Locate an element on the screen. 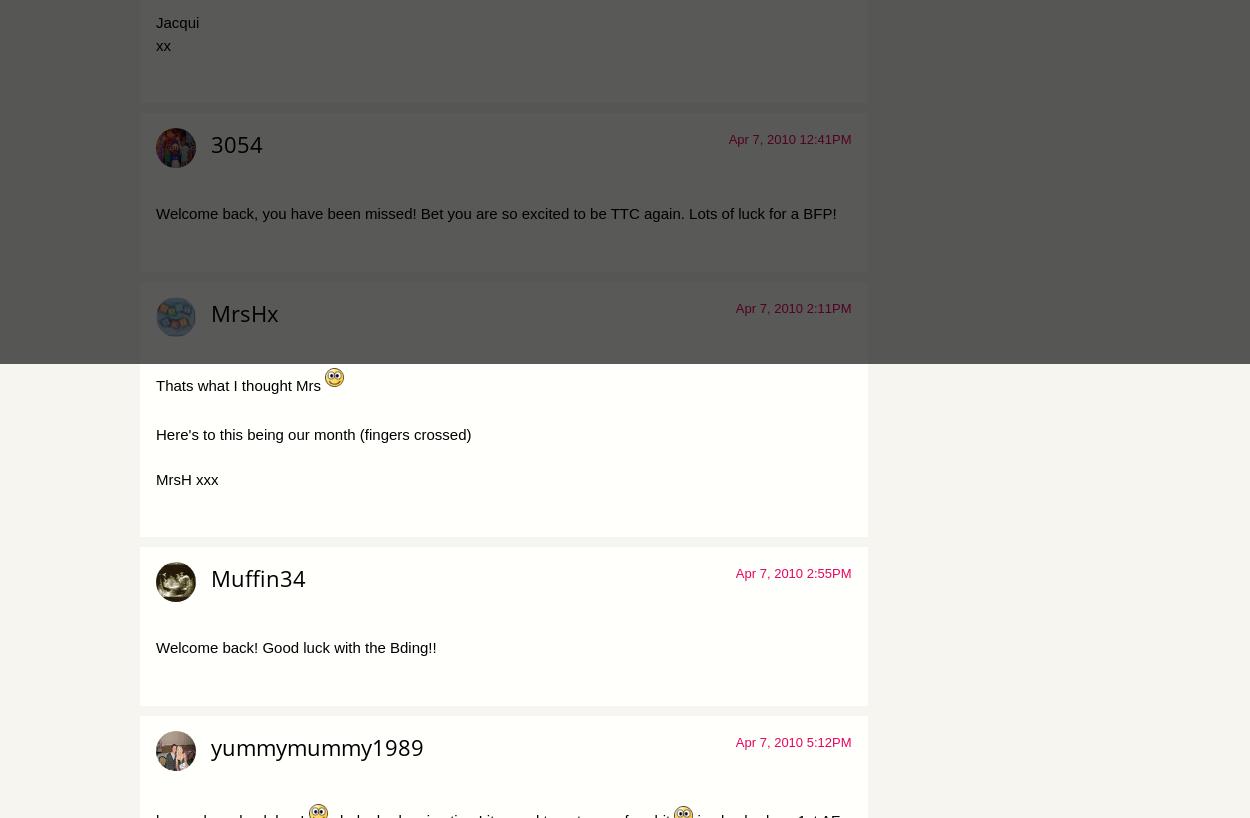 The height and width of the screenshot is (818, 1250). 'Welcome back, you have been missed! Bet you are so excited to be TTC again. Lots of luck for a BFP!' is located at coordinates (156, 213).